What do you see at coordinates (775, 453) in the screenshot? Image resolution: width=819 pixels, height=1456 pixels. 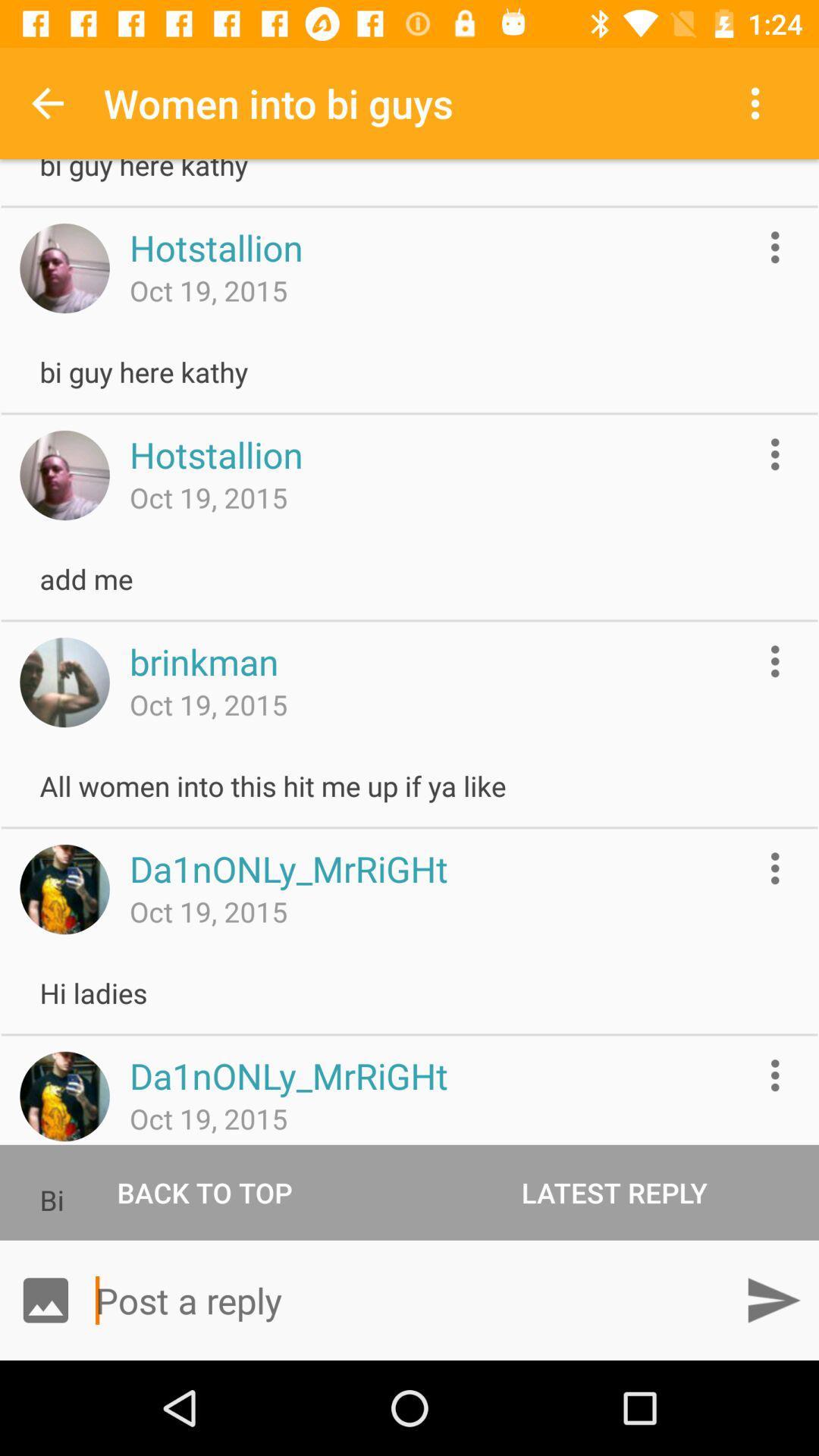 I see `information` at bounding box center [775, 453].